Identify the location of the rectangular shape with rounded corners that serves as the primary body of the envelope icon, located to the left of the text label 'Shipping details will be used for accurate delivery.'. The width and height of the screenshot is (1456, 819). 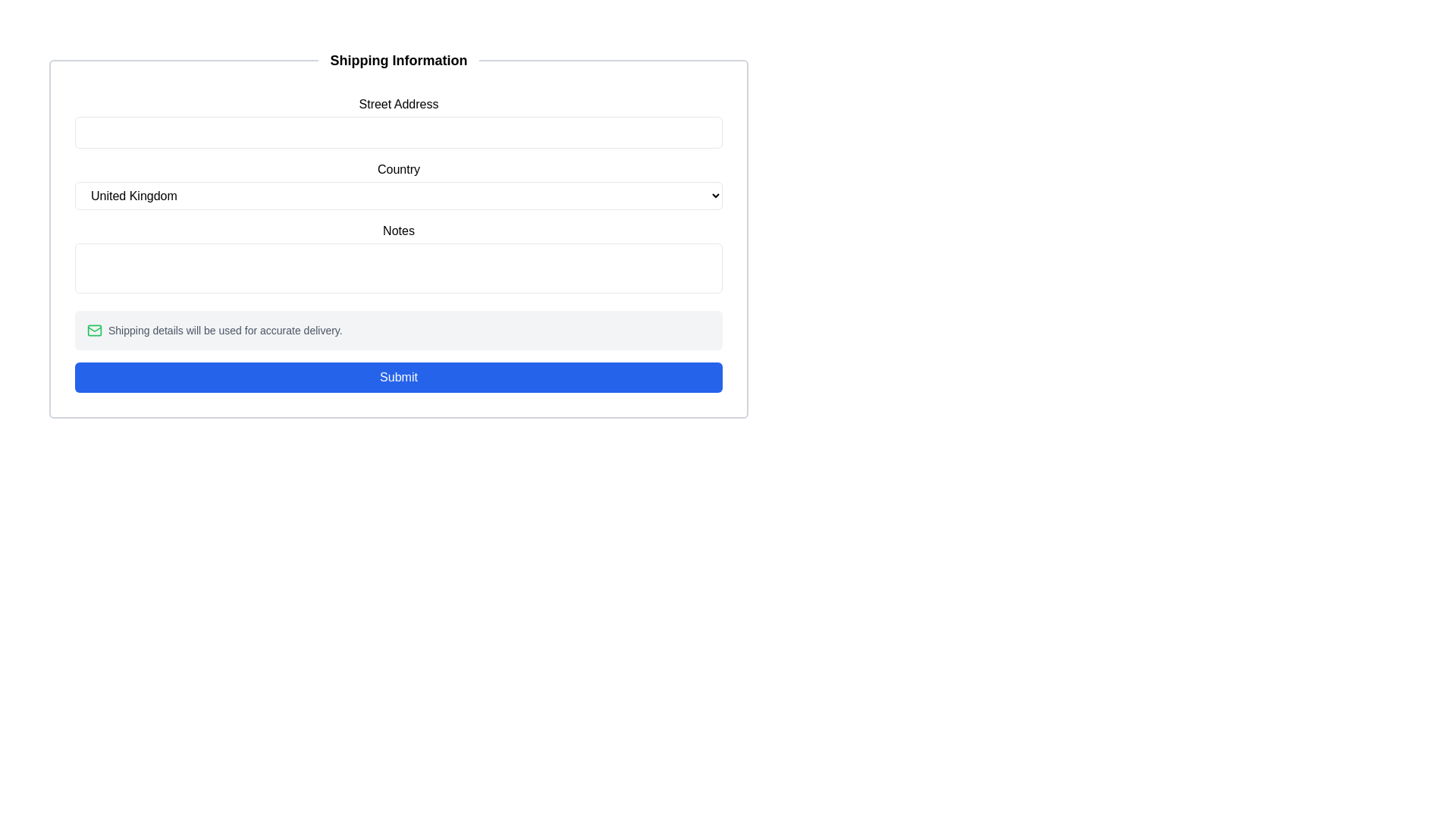
(93, 329).